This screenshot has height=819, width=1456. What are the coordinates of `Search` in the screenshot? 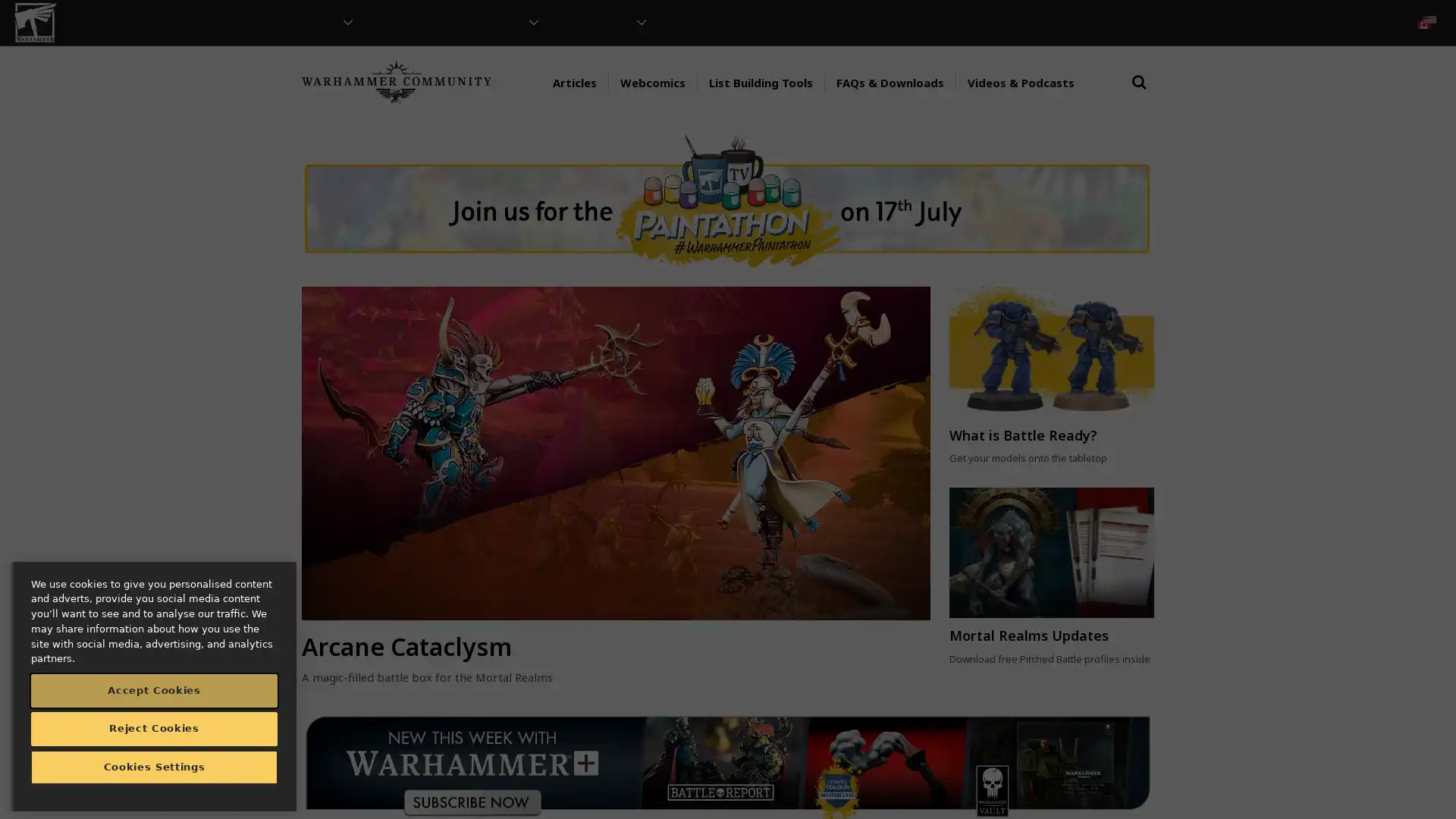 It's located at (1139, 96).